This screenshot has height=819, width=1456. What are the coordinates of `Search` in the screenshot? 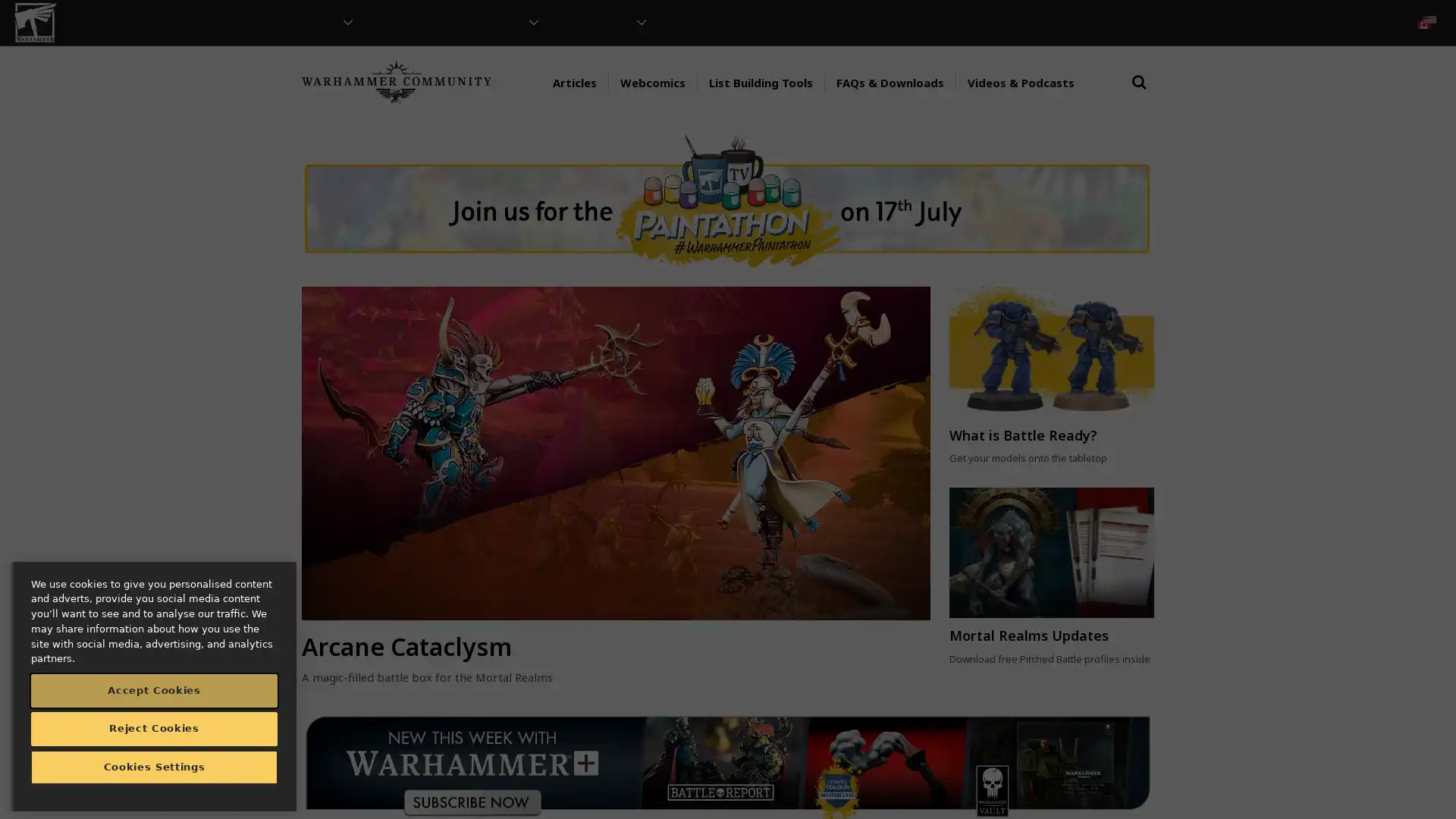 It's located at (1139, 96).